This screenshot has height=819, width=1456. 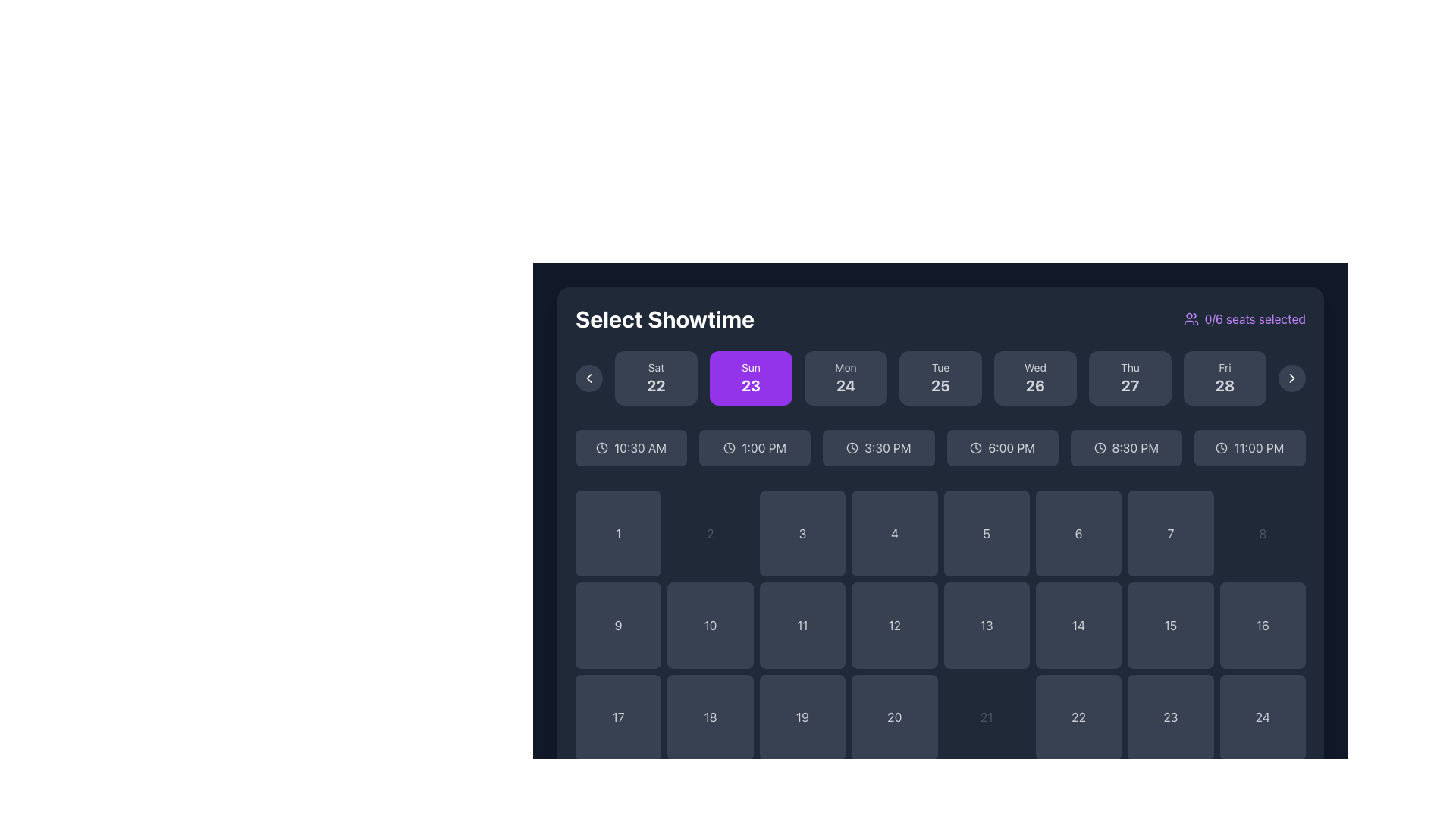 What do you see at coordinates (845, 368) in the screenshot?
I see `the text label displaying 'Mon' in light gray color on a dark background` at bounding box center [845, 368].